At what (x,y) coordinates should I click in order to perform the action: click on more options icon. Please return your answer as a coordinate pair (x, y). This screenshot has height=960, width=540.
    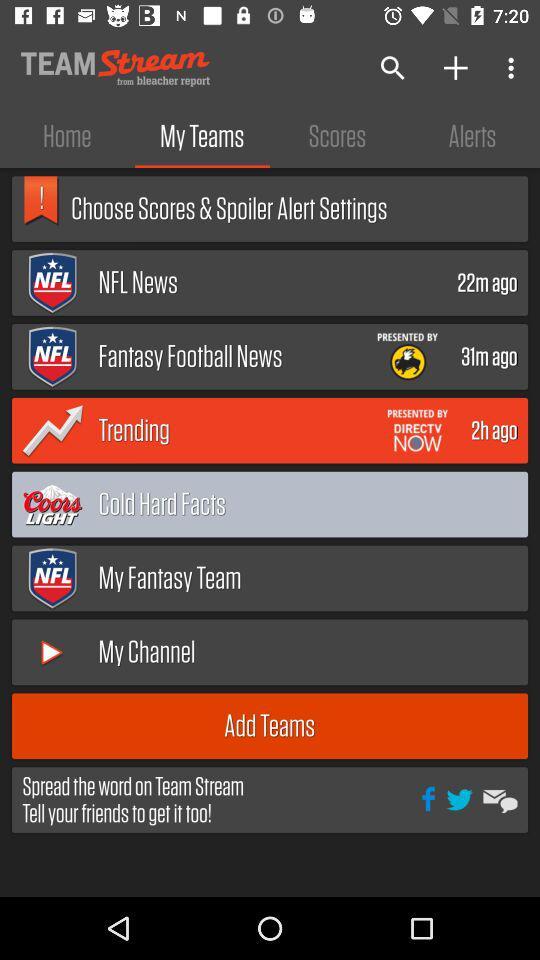
    Looking at the image, I should click on (514, 68).